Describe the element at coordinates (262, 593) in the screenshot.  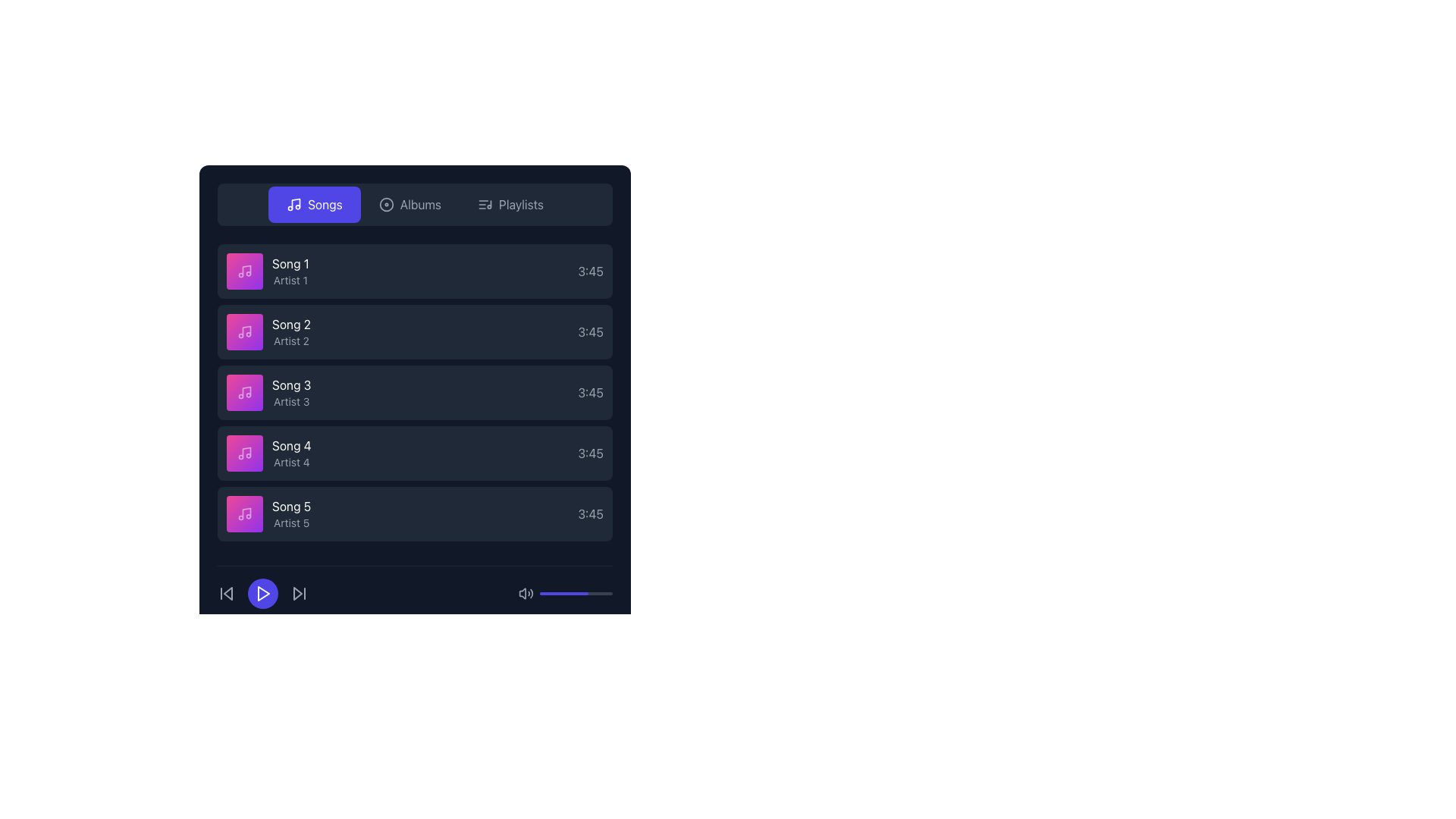
I see `the circular button with a purple background and a white triangular play symbol` at that location.